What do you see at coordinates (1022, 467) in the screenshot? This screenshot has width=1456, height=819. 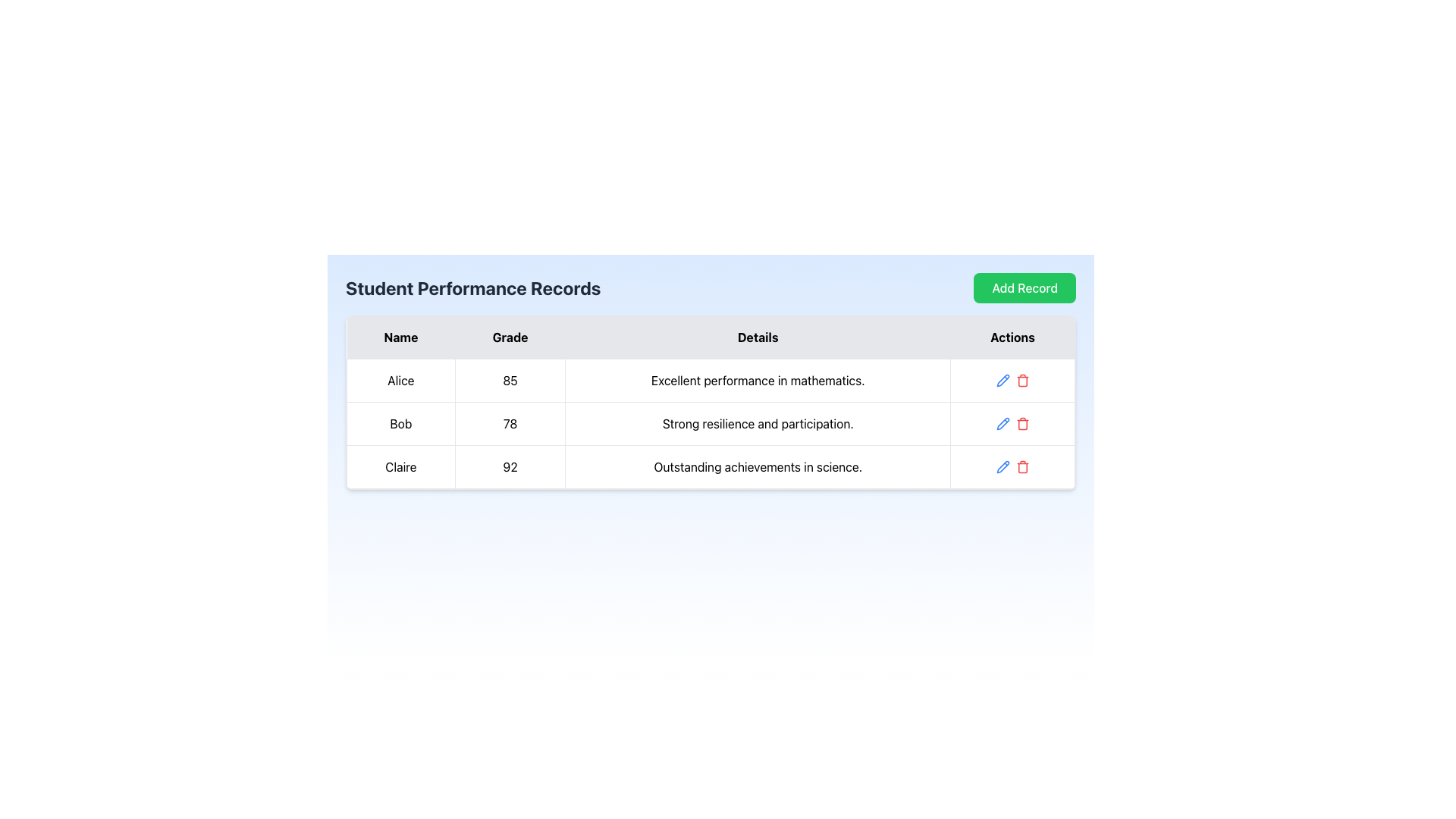 I see `the trash can icon representing the delete action located in the third row under the 'Actions' column for the user 'Claire'` at bounding box center [1022, 467].